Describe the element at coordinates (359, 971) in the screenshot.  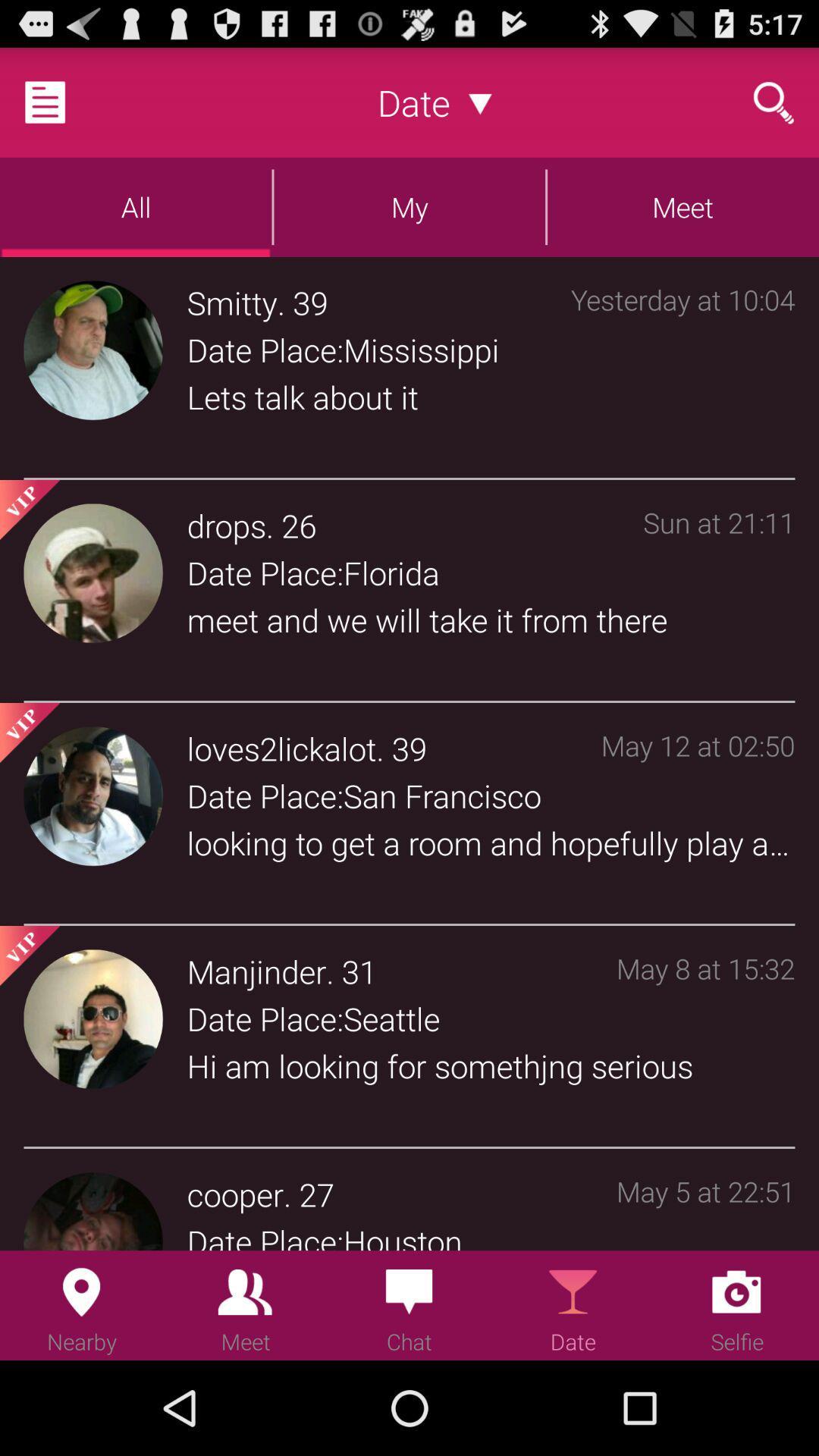
I see `app to the left of may 8 at app` at that location.